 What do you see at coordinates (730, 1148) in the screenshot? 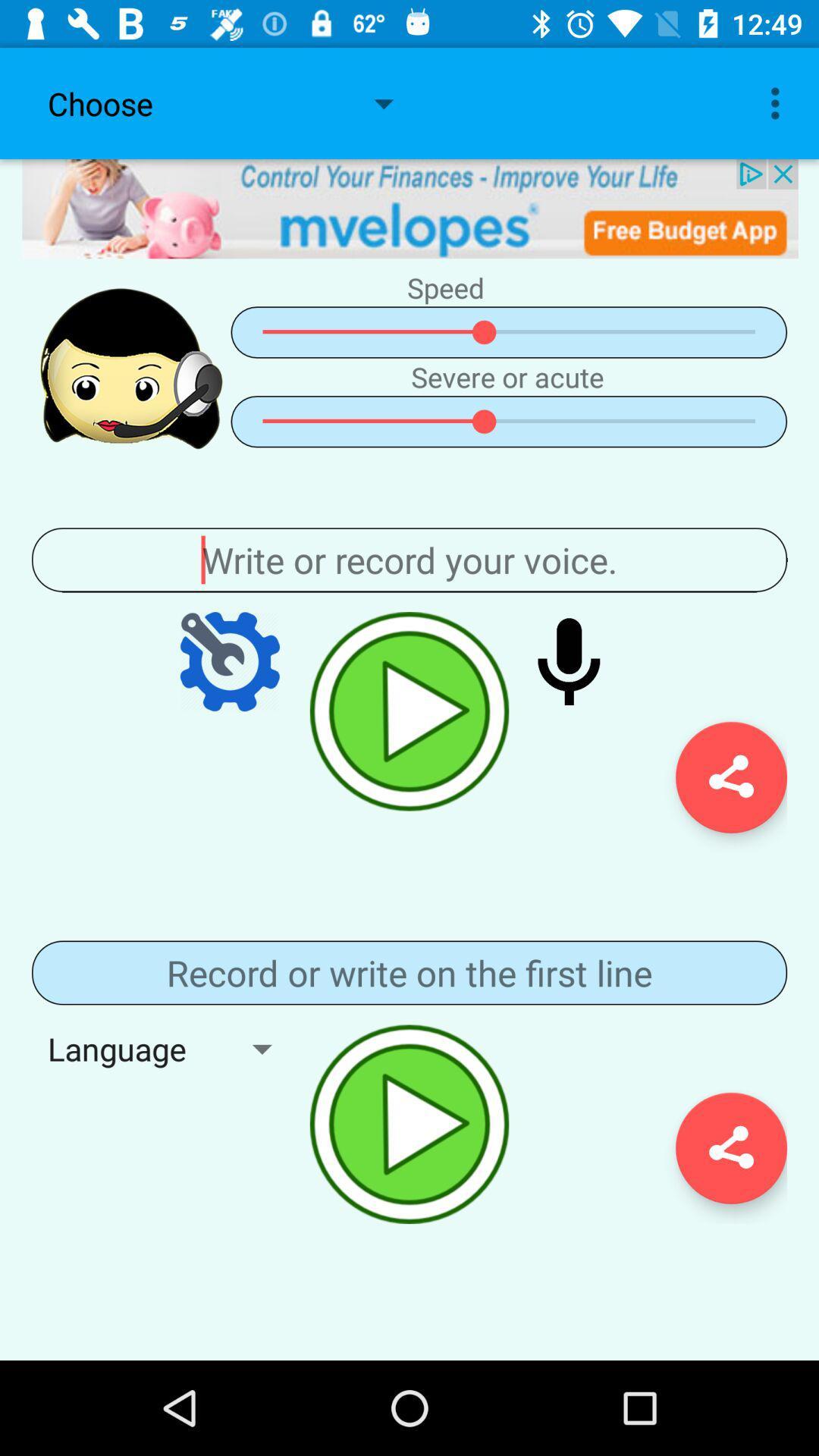
I see `share recording` at bounding box center [730, 1148].